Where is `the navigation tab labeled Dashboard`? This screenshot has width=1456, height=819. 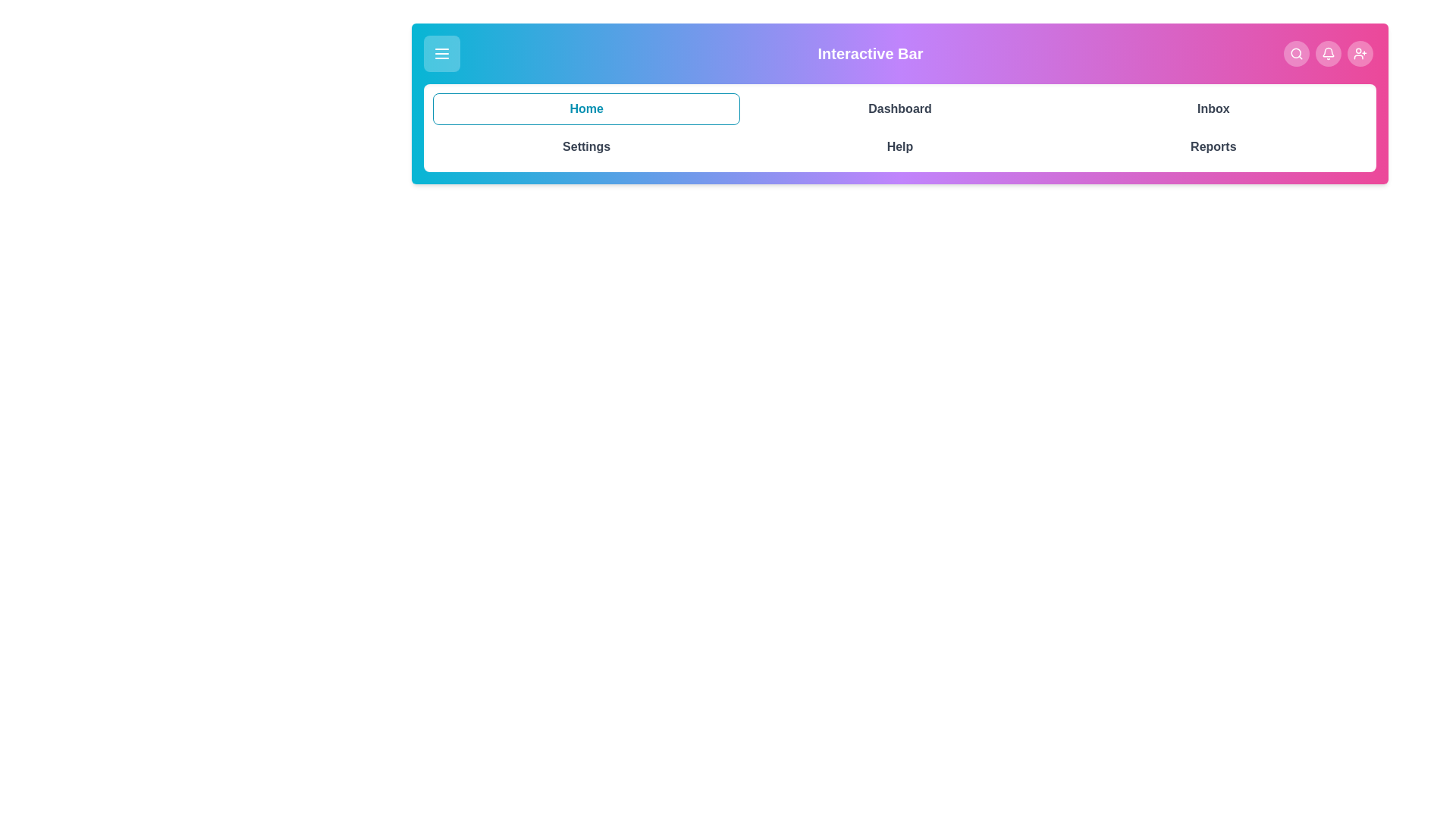 the navigation tab labeled Dashboard is located at coordinates (899, 108).